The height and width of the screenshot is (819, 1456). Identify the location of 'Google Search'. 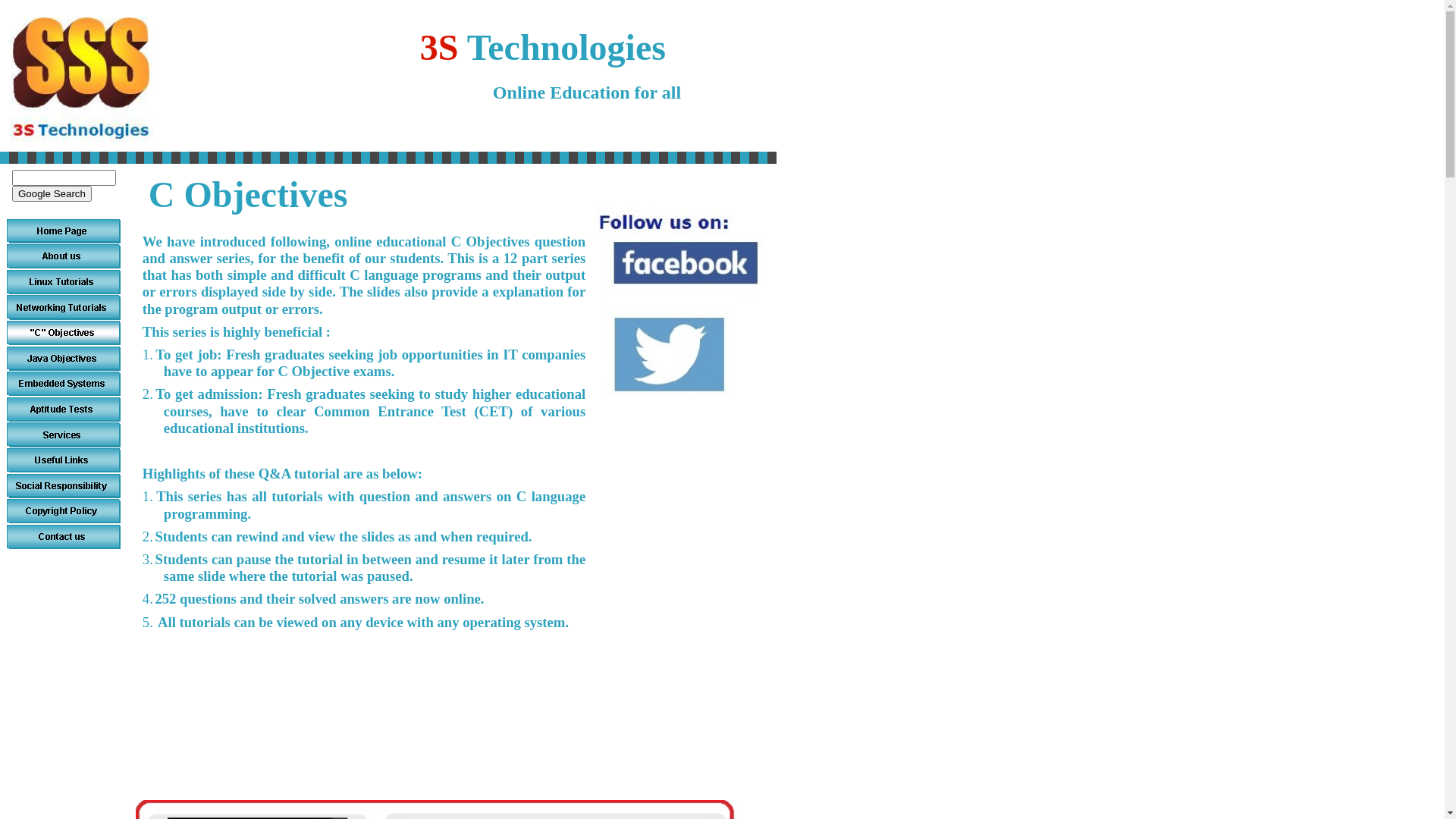
(52, 193).